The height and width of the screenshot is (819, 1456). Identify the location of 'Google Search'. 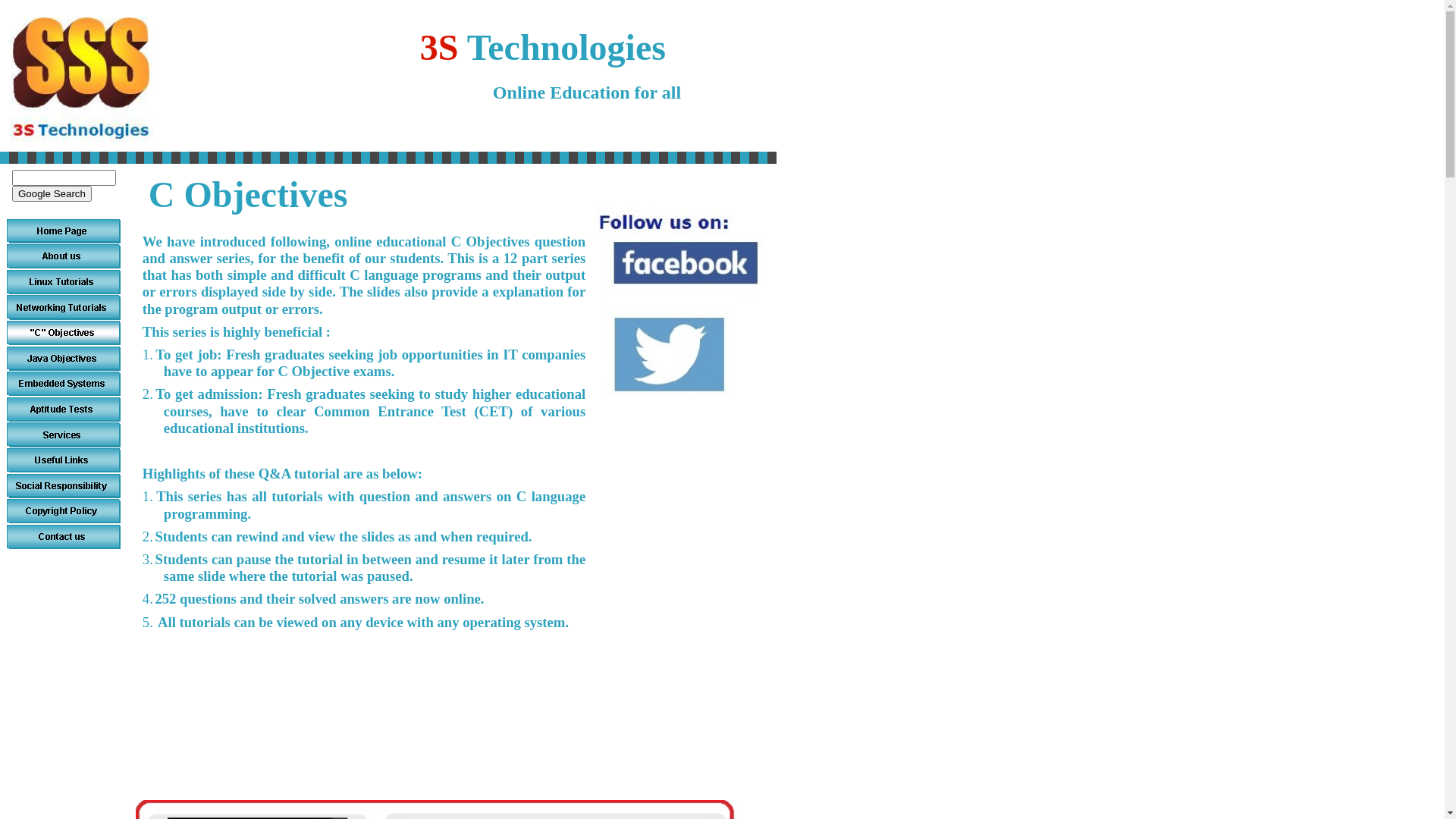
(52, 193).